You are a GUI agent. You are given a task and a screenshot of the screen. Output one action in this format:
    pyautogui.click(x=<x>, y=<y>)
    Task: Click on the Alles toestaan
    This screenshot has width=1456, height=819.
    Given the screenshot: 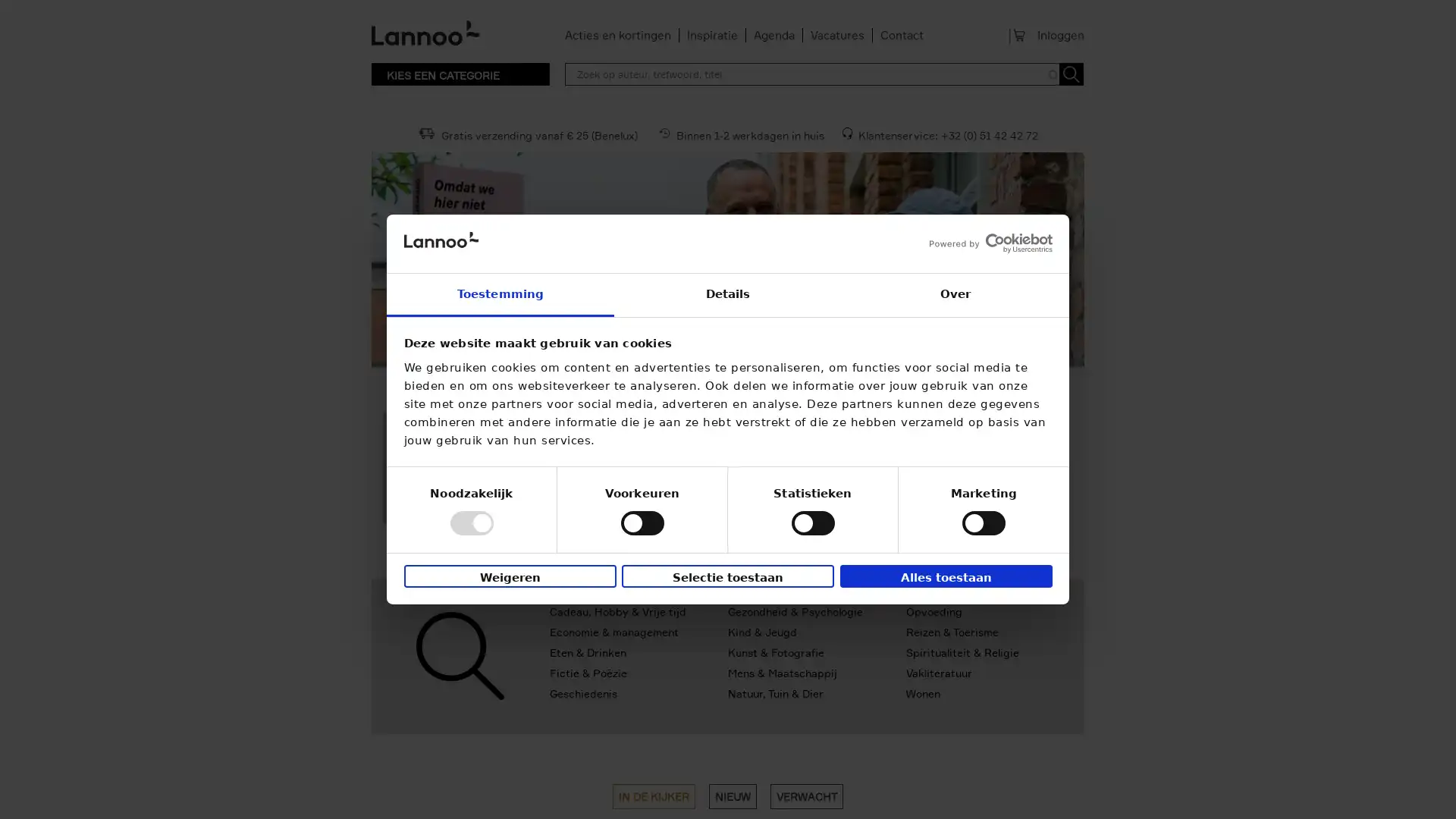 What is the action you would take?
    pyautogui.click(x=945, y=576)
    